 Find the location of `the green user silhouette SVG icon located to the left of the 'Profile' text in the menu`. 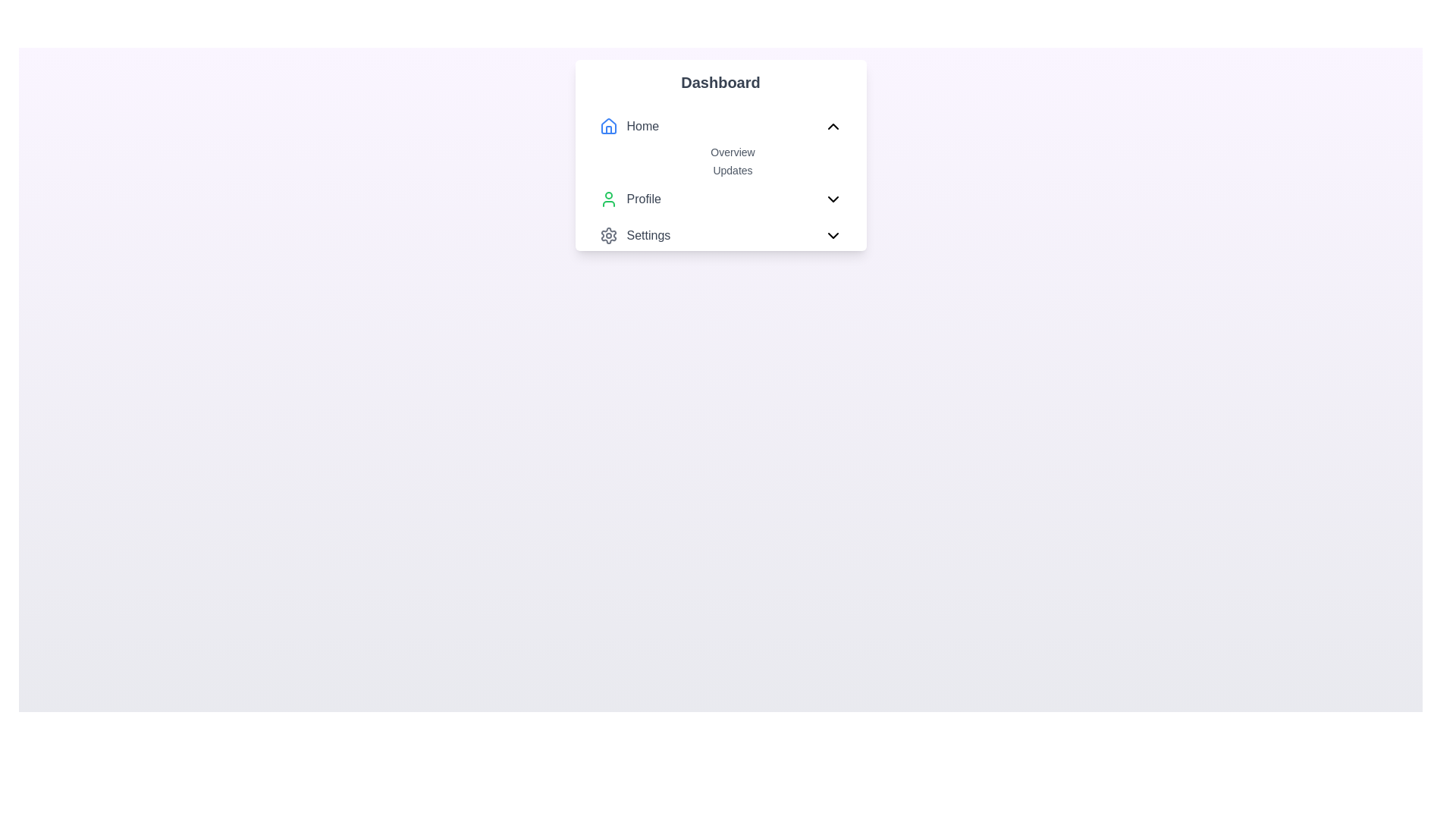

the green user silhouette SVG icon located to the left of the 'Profile' text in the menu is located at coordinates (608, 198).